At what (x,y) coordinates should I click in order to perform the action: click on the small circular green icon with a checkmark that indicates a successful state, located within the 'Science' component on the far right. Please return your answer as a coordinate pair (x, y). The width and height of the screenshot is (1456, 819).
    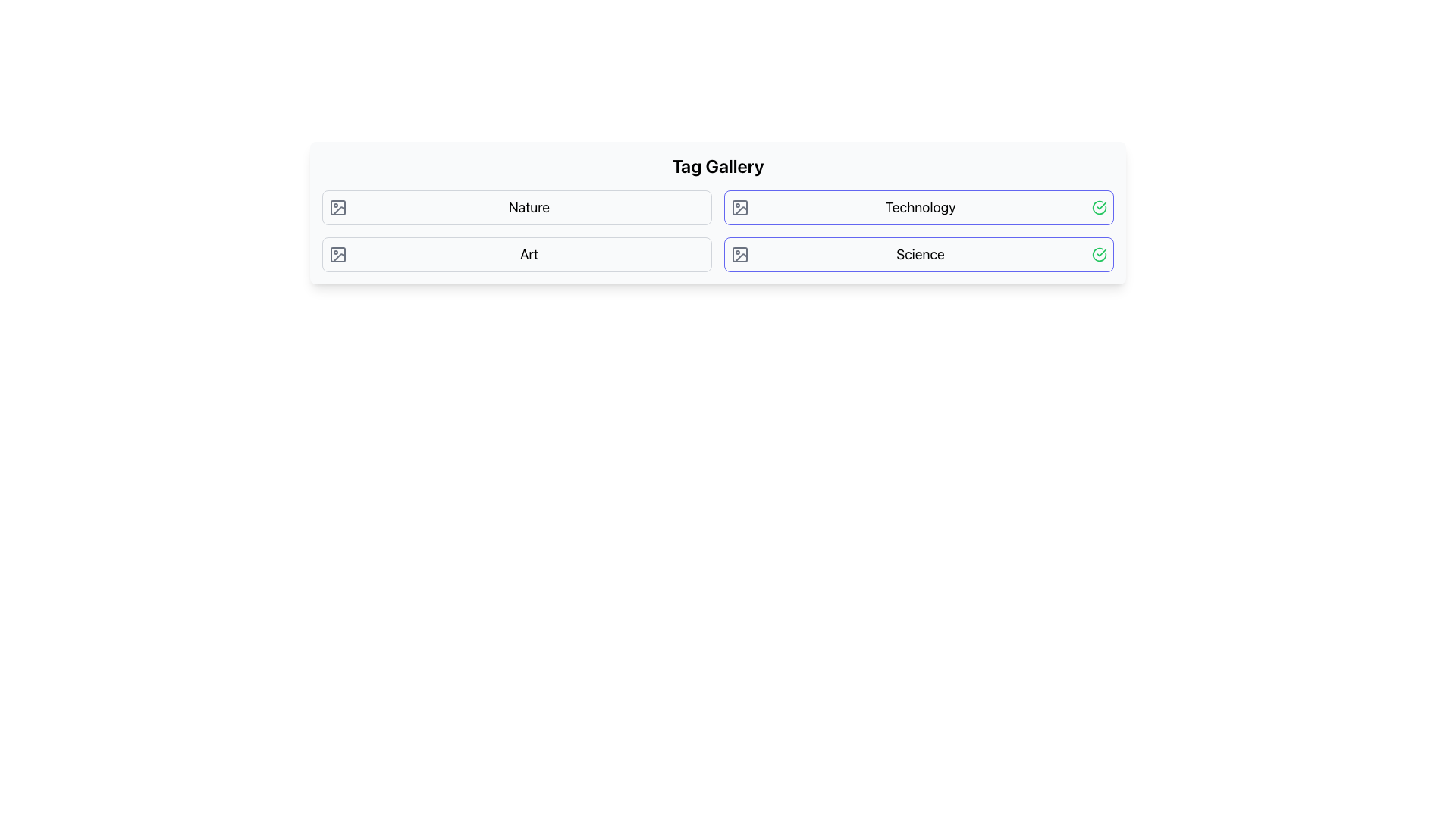
    Looking at the image, I should click on (1099, 253).